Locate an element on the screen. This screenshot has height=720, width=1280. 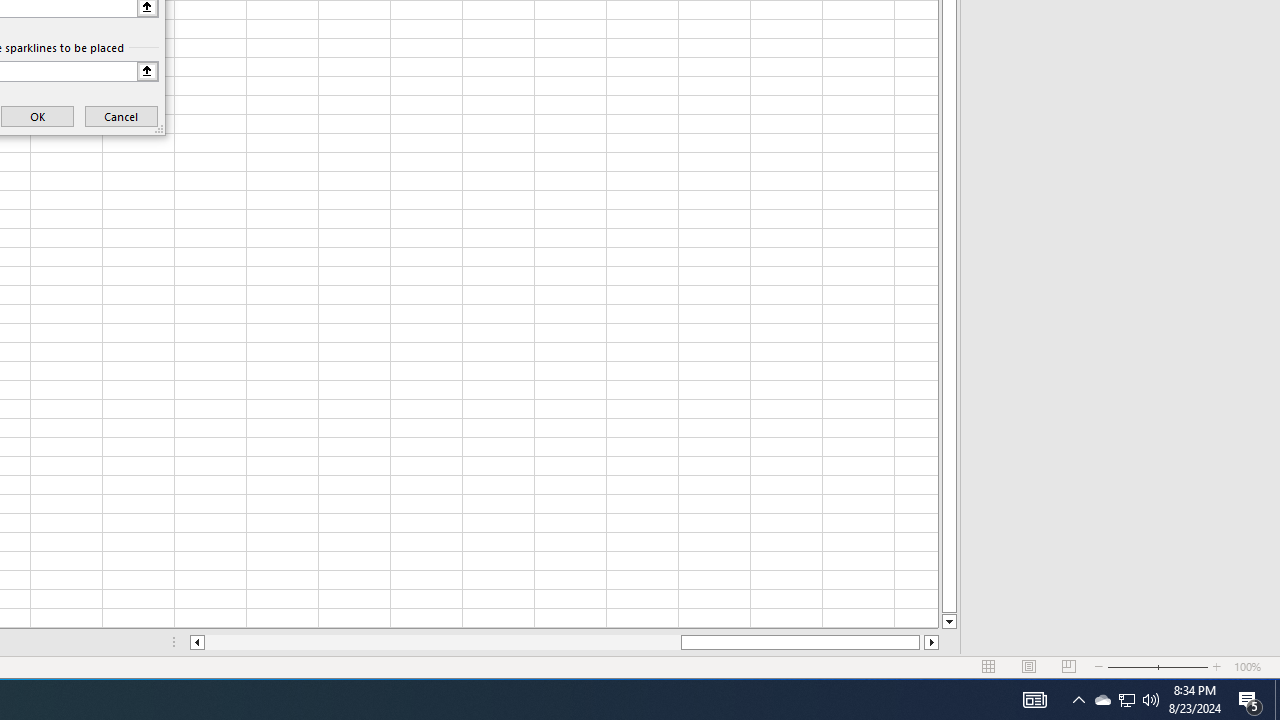
'Page Break Preview' is located at coordinates (1068, 667).